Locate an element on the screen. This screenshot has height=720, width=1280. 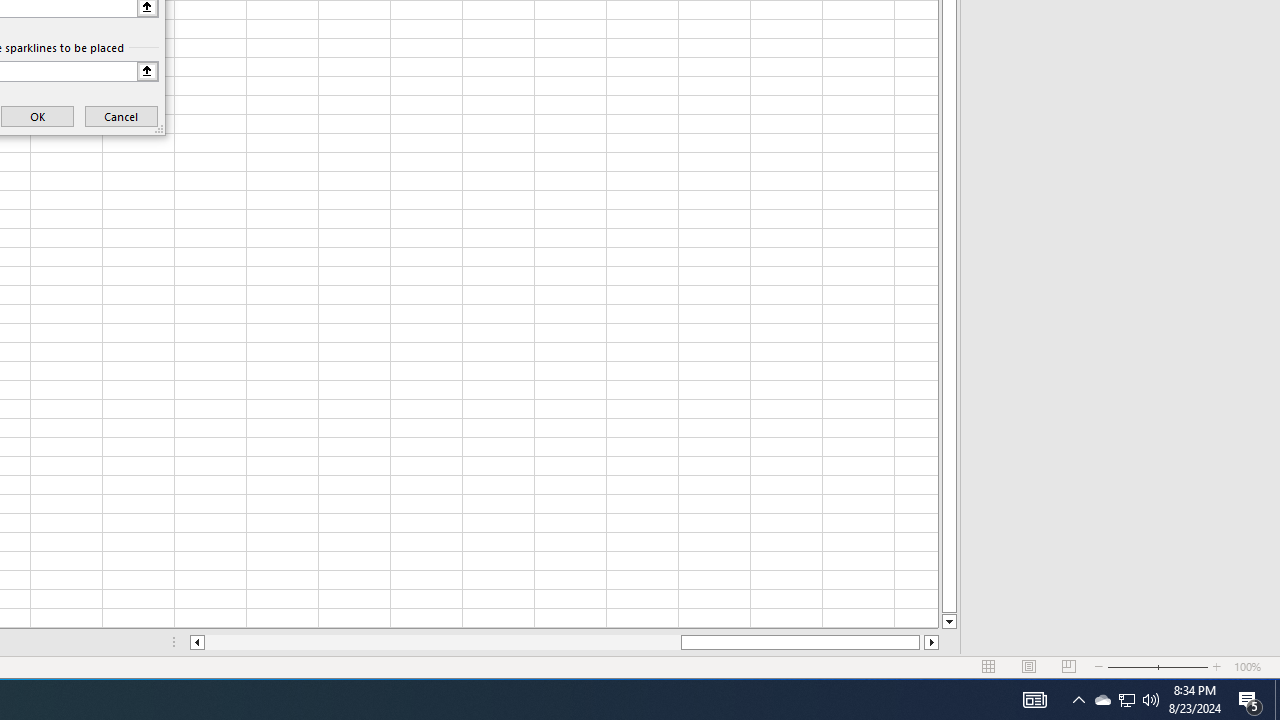
'Page Break Preview' is located at coordinates (1068, 667).